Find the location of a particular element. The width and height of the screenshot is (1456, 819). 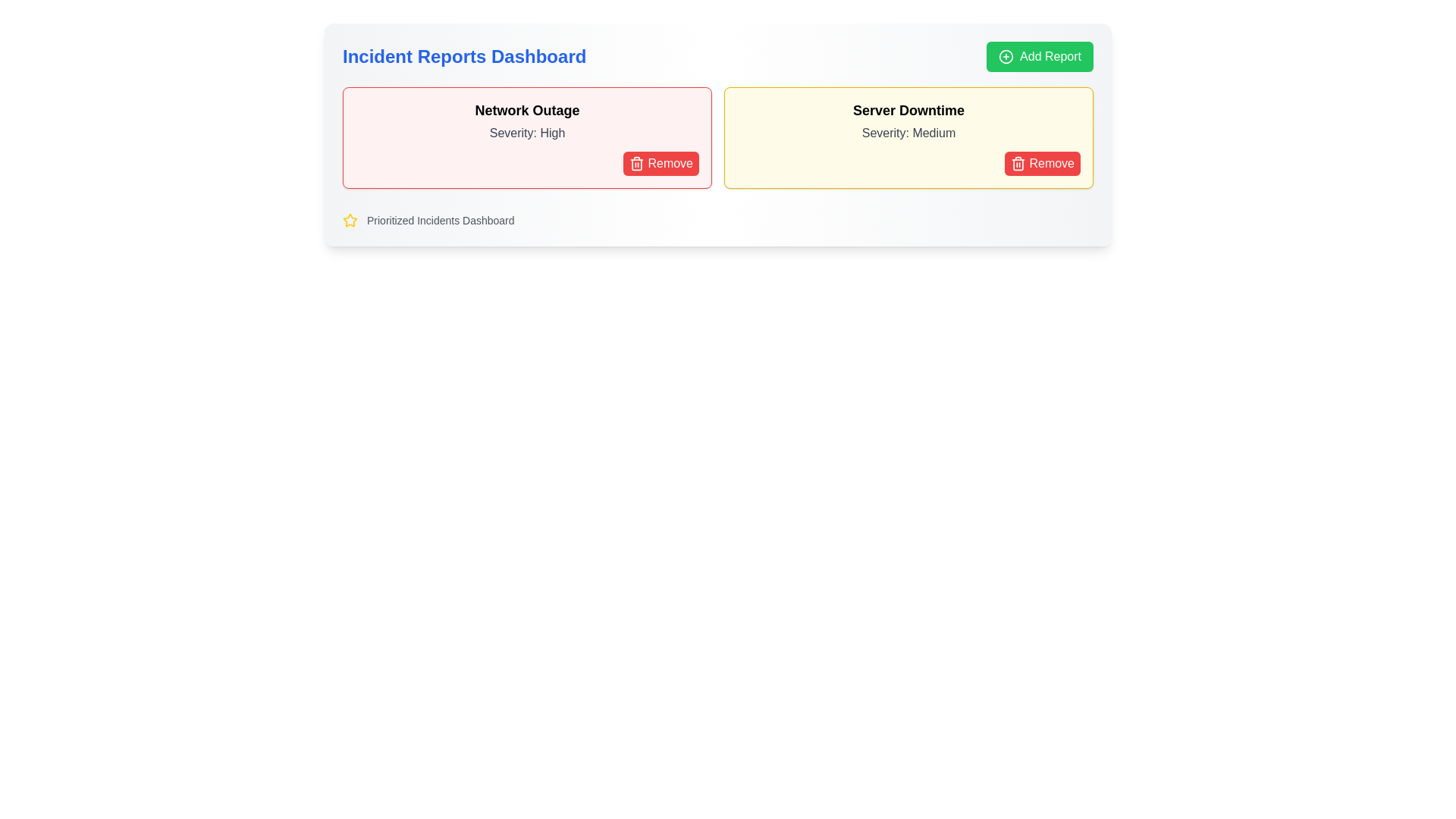

the static text label reading 'Severity: Medium' which is styled with medium-sized gray font on a light yellow background, located within the 'Server Downtime' card component is located at coordinates (908, 133).